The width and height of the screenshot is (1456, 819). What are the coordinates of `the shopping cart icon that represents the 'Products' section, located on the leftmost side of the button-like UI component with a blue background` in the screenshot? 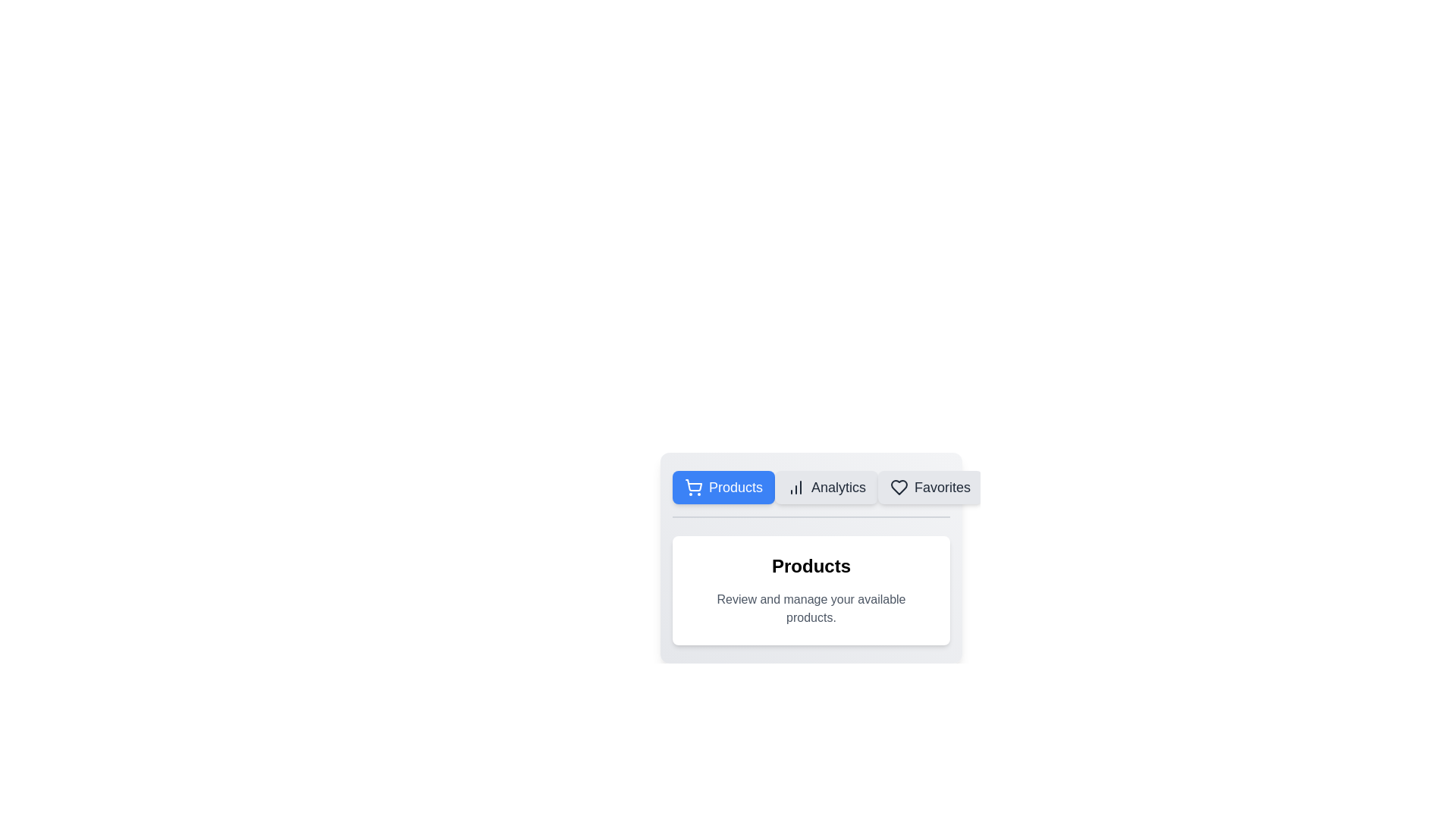 It's located at (693, 488).